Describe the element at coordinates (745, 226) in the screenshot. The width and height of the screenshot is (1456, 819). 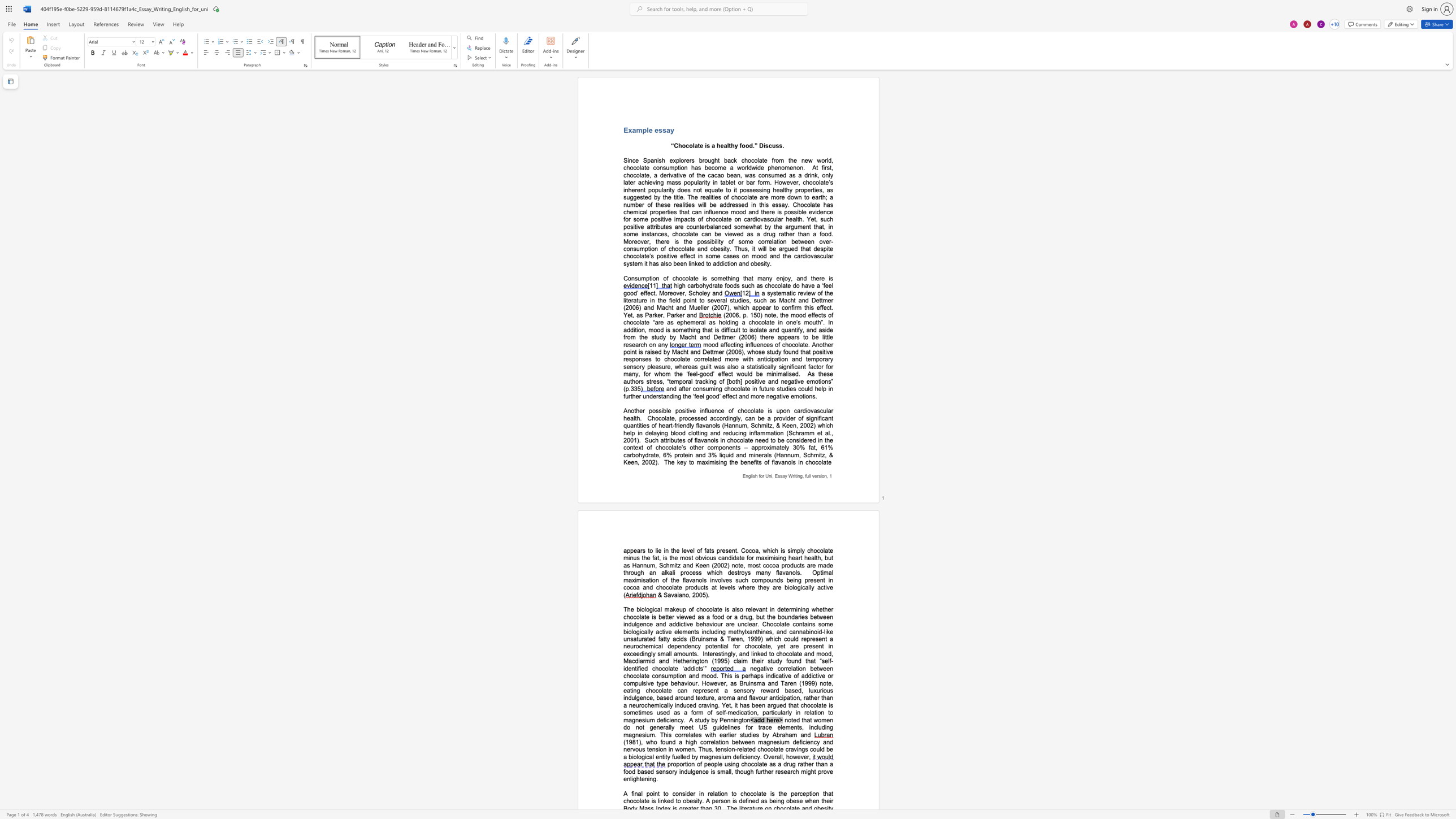
I see `the space between the continuous character "m" and "e" in the text` at that location.